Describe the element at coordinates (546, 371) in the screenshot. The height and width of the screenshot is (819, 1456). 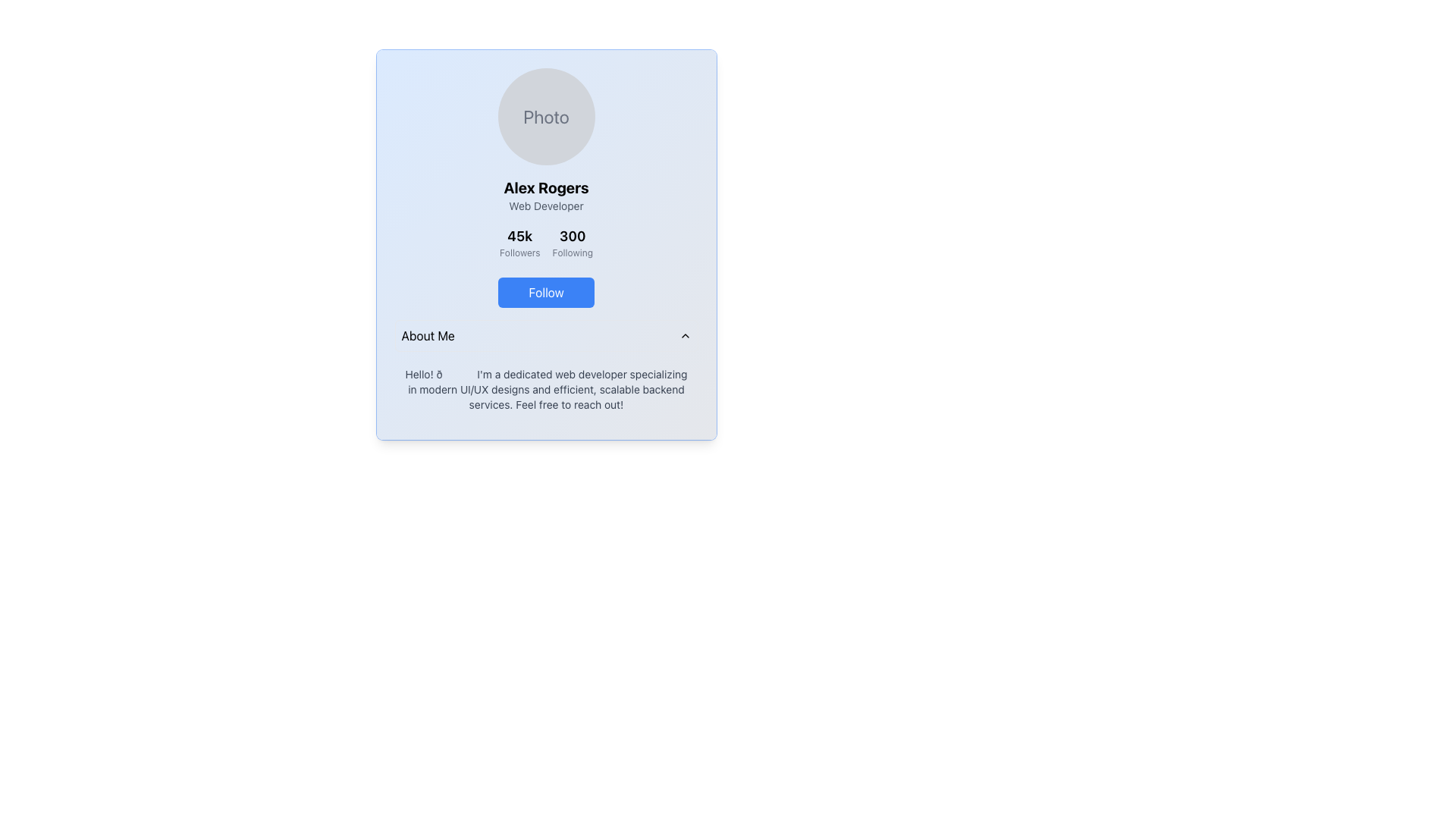
I see `the interactive parts of the Informational Section, which is located at the bottom of the profile card, just below the 'Follow' button` at that location.